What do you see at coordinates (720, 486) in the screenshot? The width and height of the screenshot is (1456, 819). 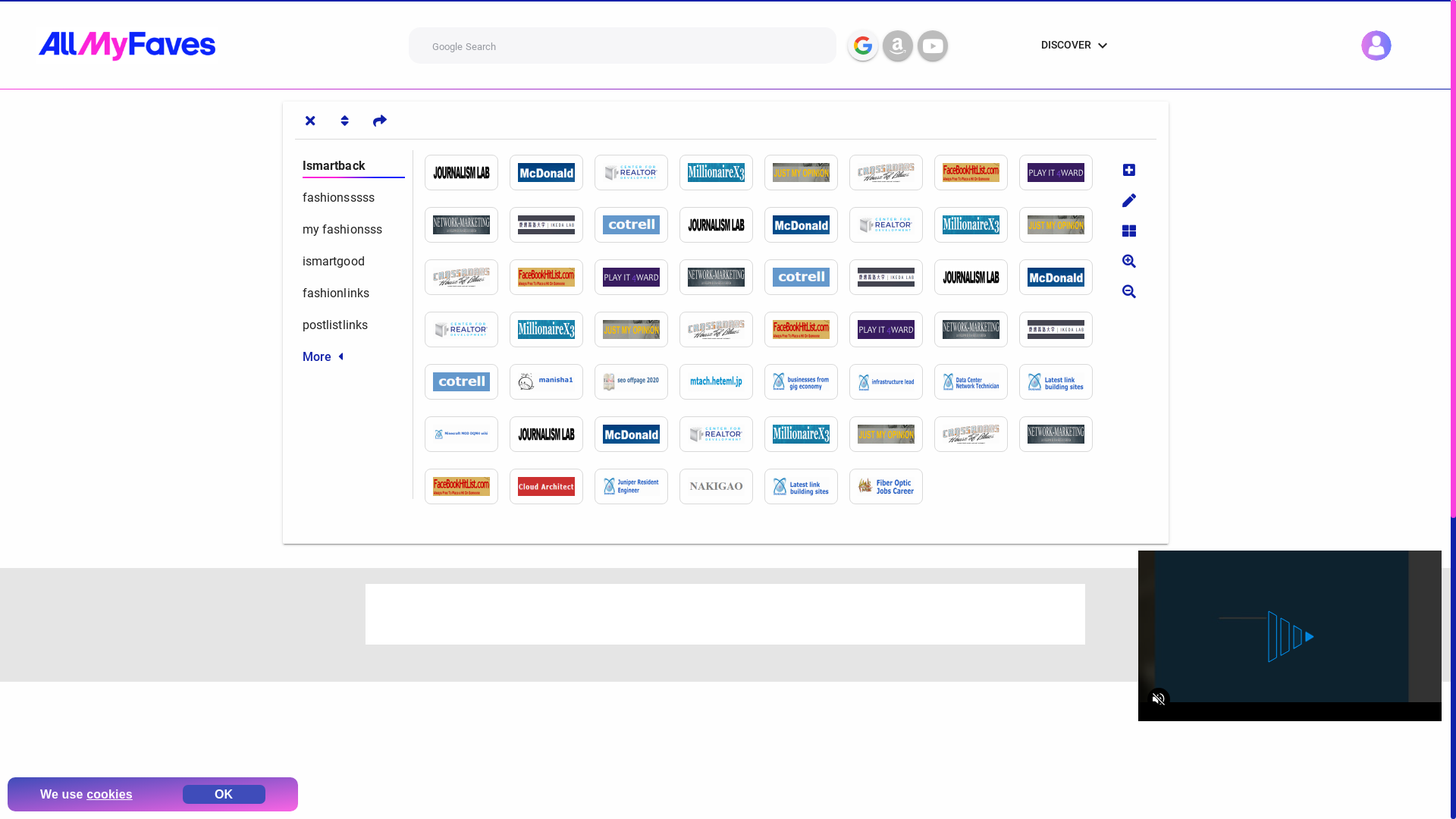 I see `'http://nakigao.sitemix.jp/nakiwiki/?dresses'` at bounding box center [720, 486].